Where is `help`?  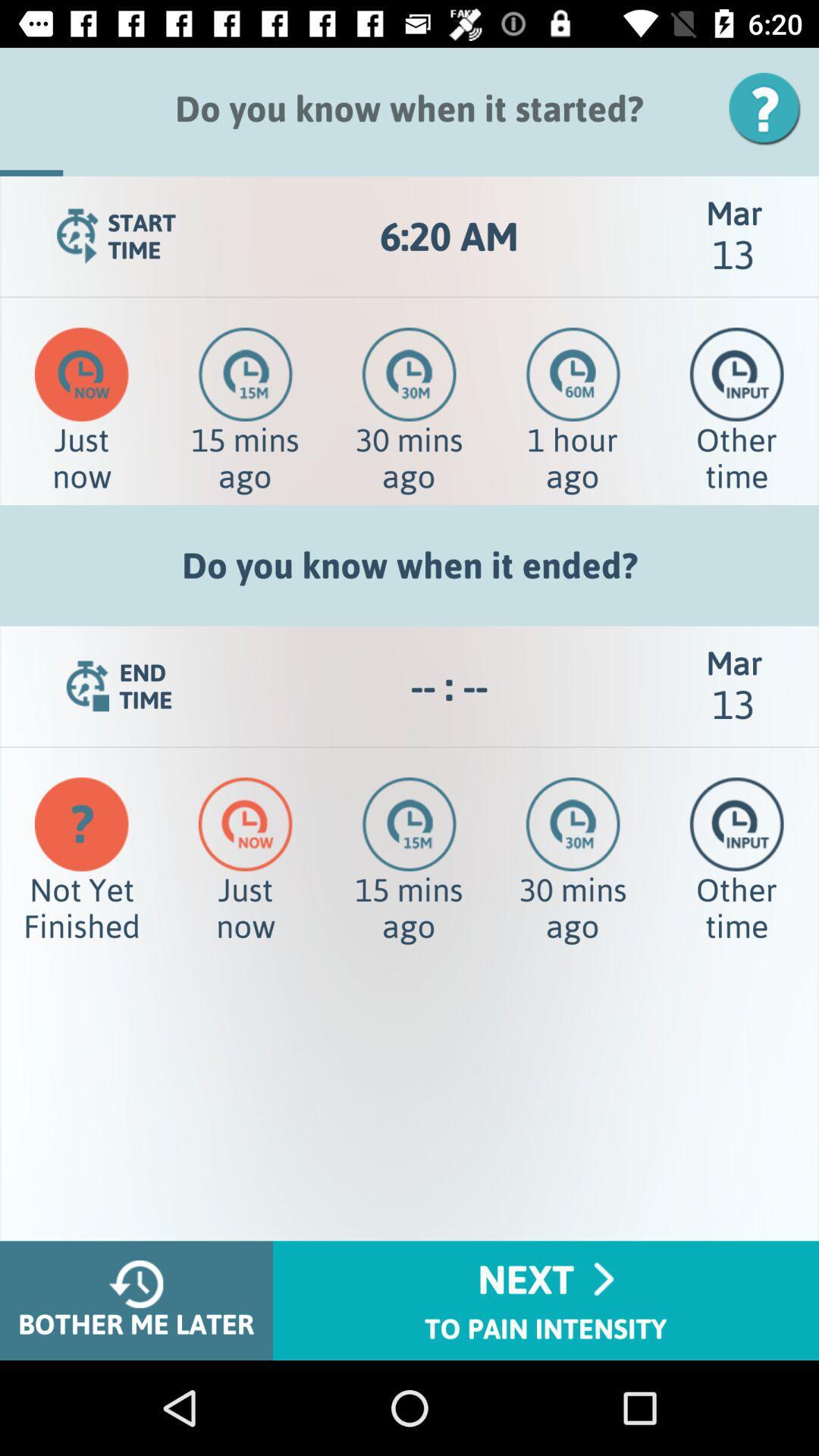
help is located at coordinates (770, 108).